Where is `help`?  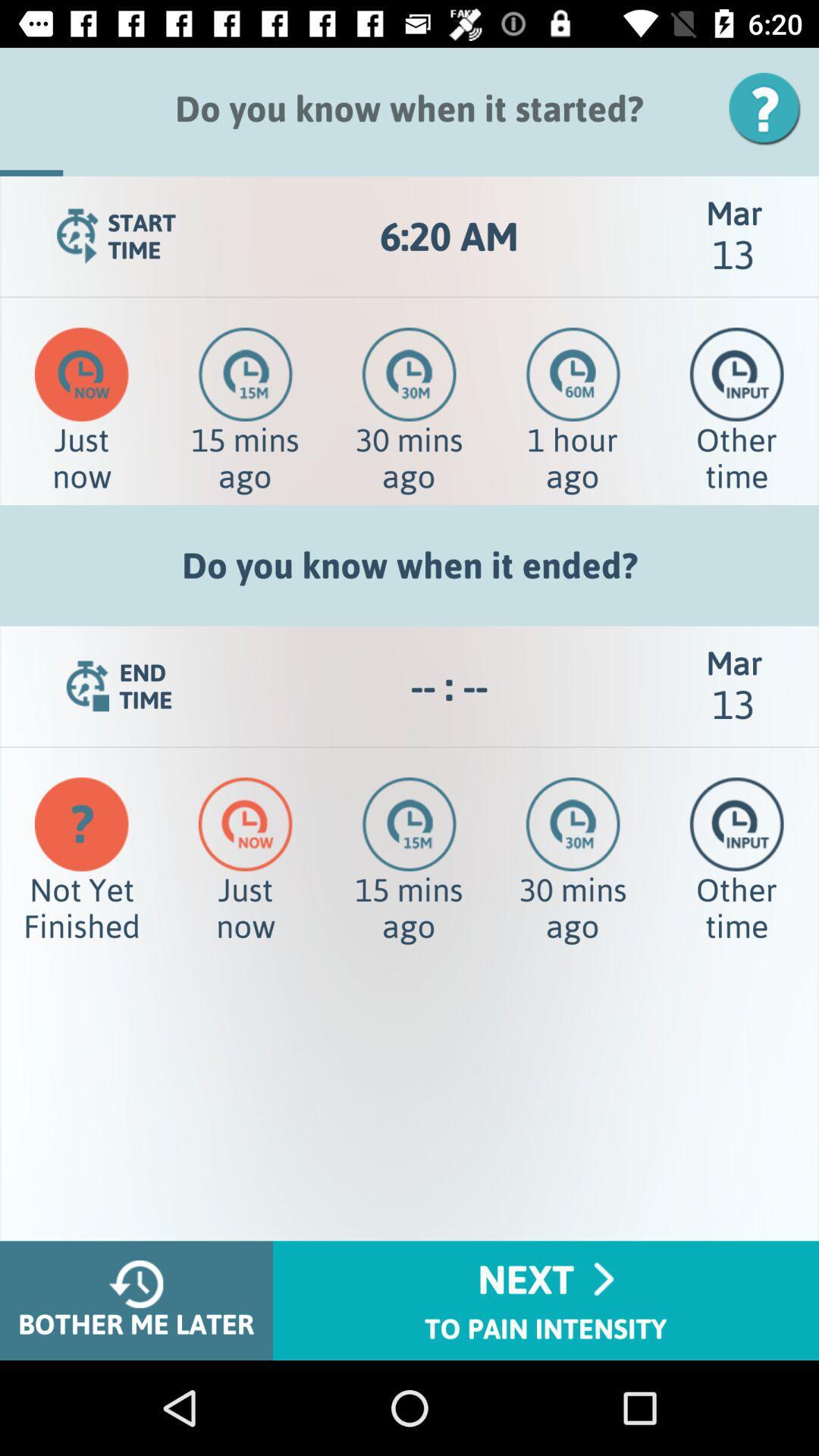
help is located at coordinates (770, 108).